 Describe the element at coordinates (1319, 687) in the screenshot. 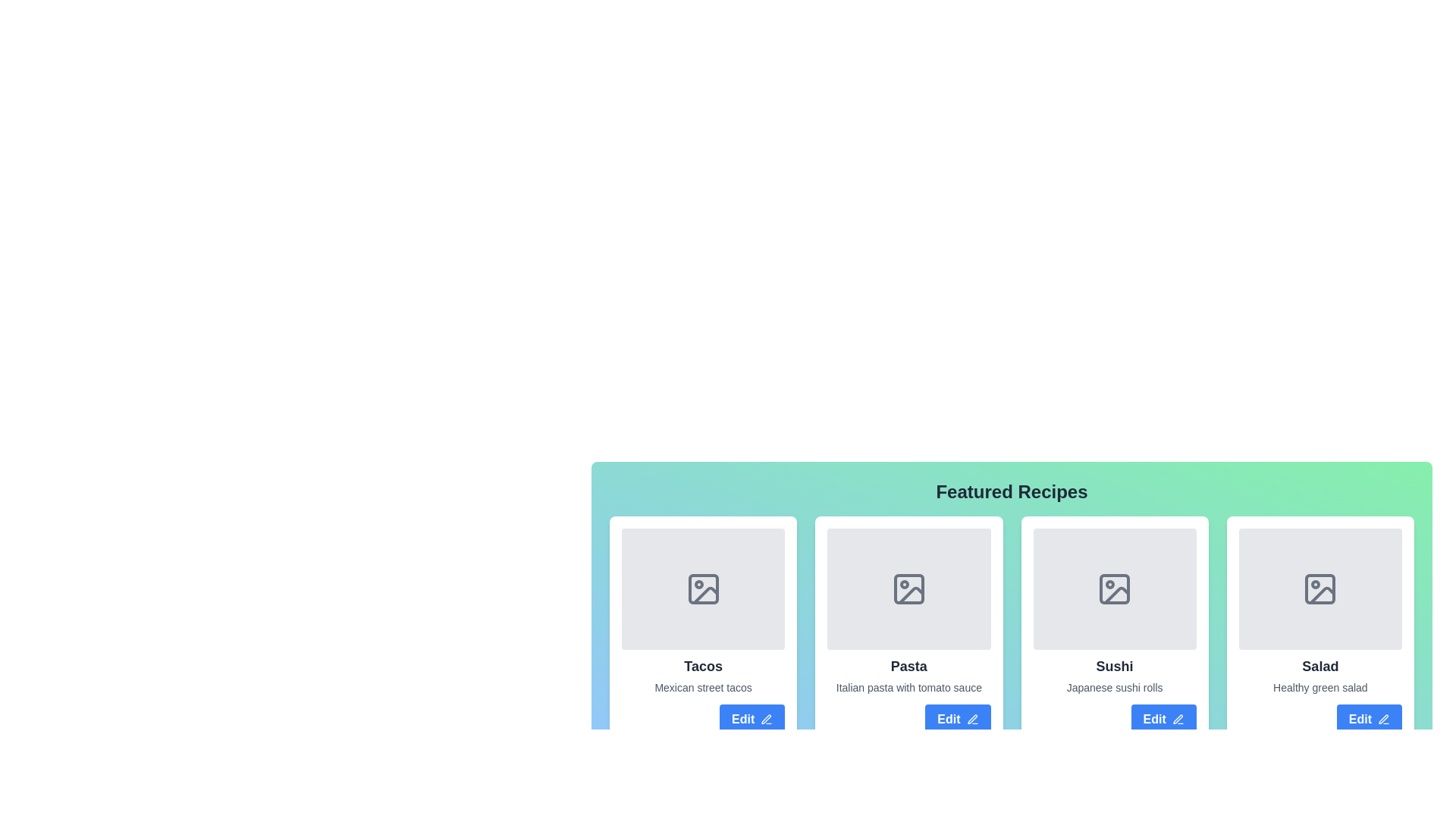

I see `the second text element under the 'Salad' section, which provides a description of the item, positioned below the bold 'Salad' title` at that location.